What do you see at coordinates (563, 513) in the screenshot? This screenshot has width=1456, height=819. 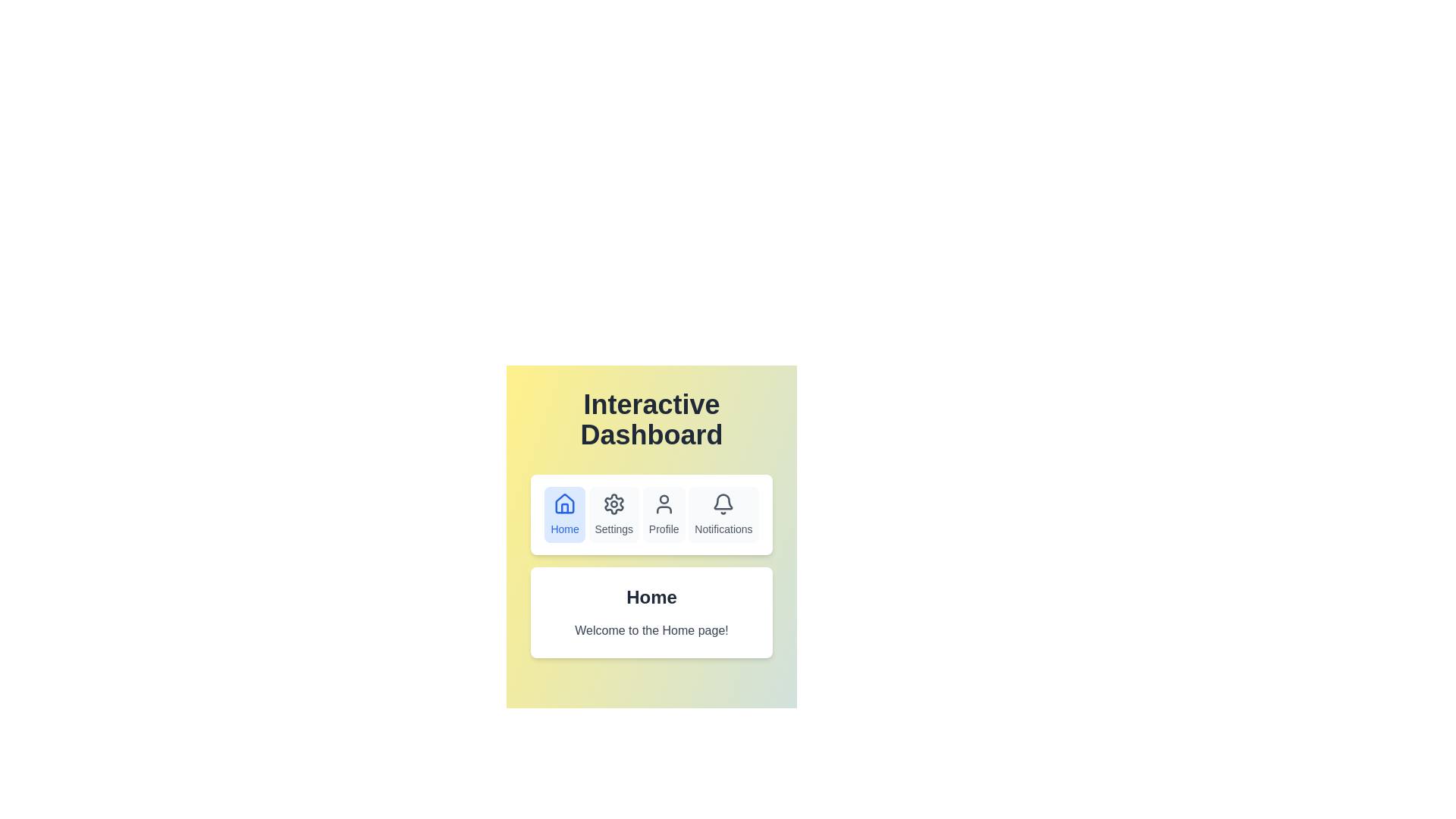 I see `the Home tab in the navigation bar` at bounding box center [563, 513].